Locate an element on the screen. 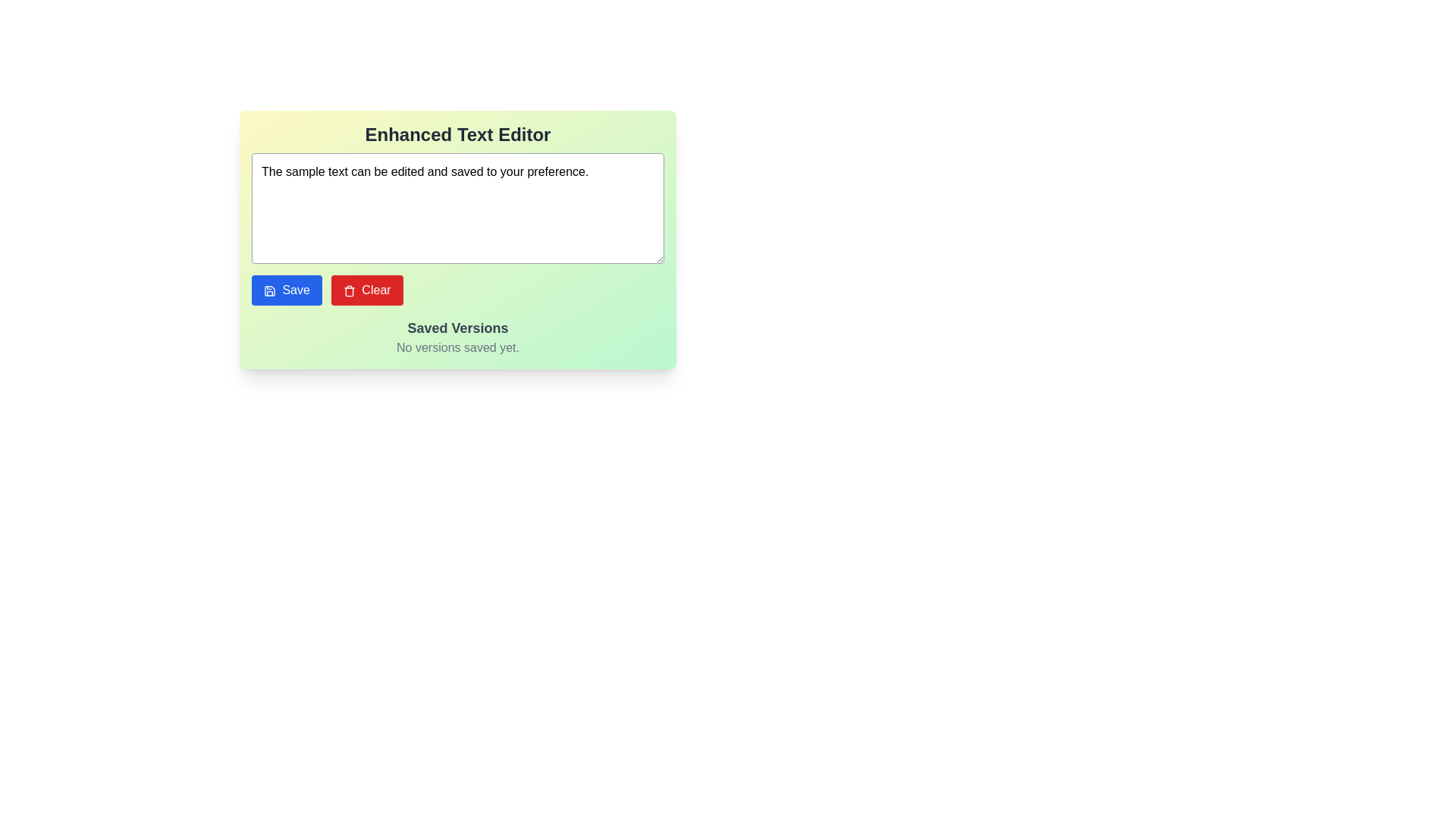 This screenshot has height=819, width=1456. the trash can icon styled as a white trash can within a red circular button, which is part of the 'Clear' button, located to the left of the text 'Clear' is located at coordinates (348, 290).